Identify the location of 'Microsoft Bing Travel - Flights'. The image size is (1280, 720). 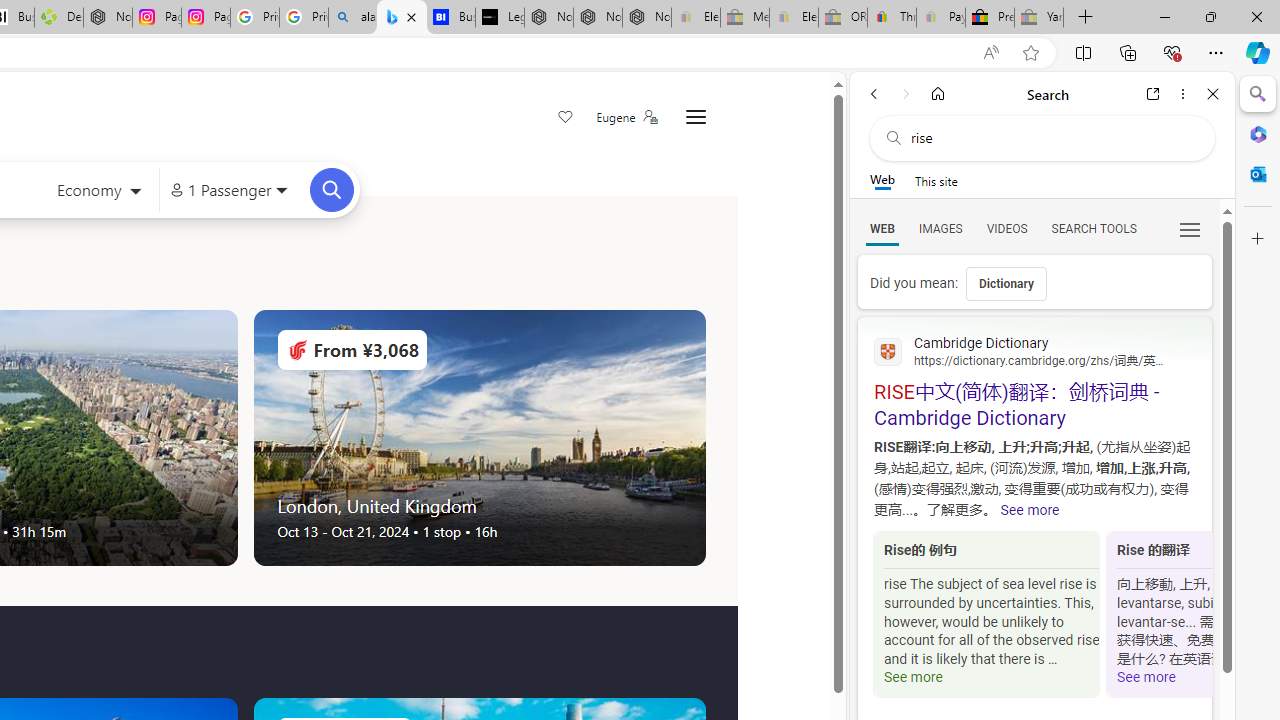
(400, 17).